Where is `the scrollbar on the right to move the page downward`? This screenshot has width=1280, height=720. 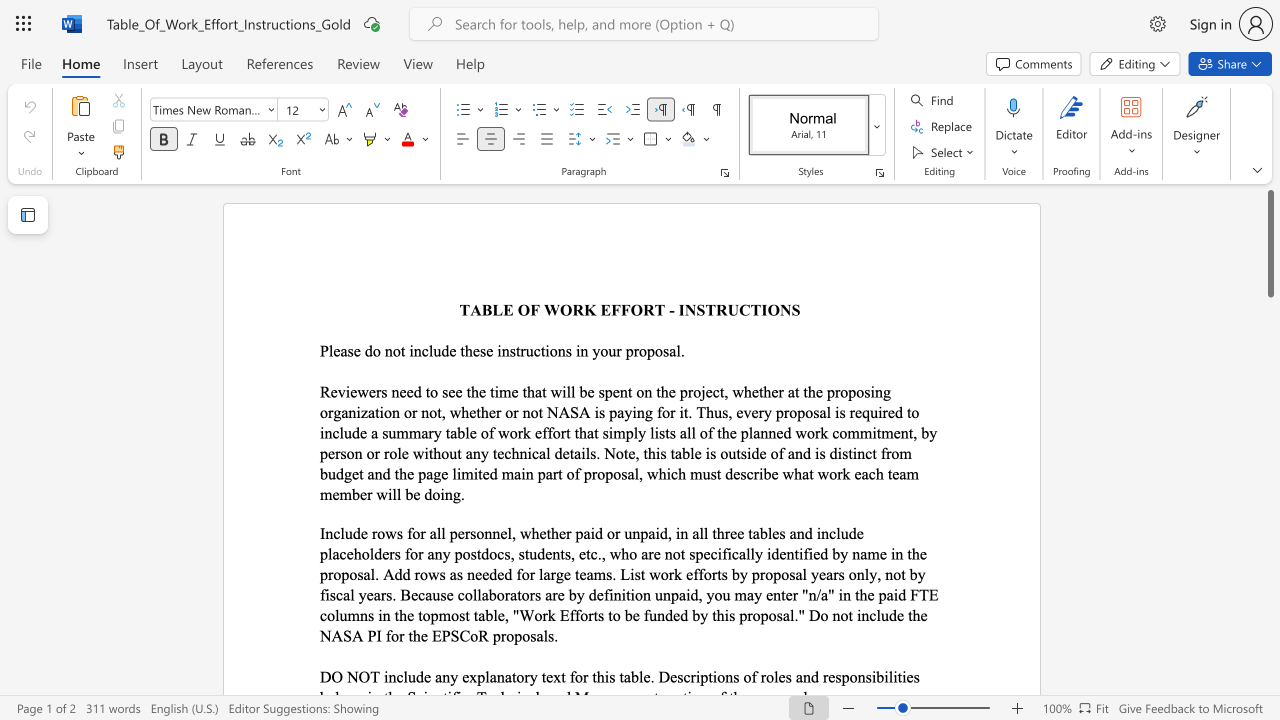 the scrollbar on the right to move the page downward is located at coordinates (1269, 318).